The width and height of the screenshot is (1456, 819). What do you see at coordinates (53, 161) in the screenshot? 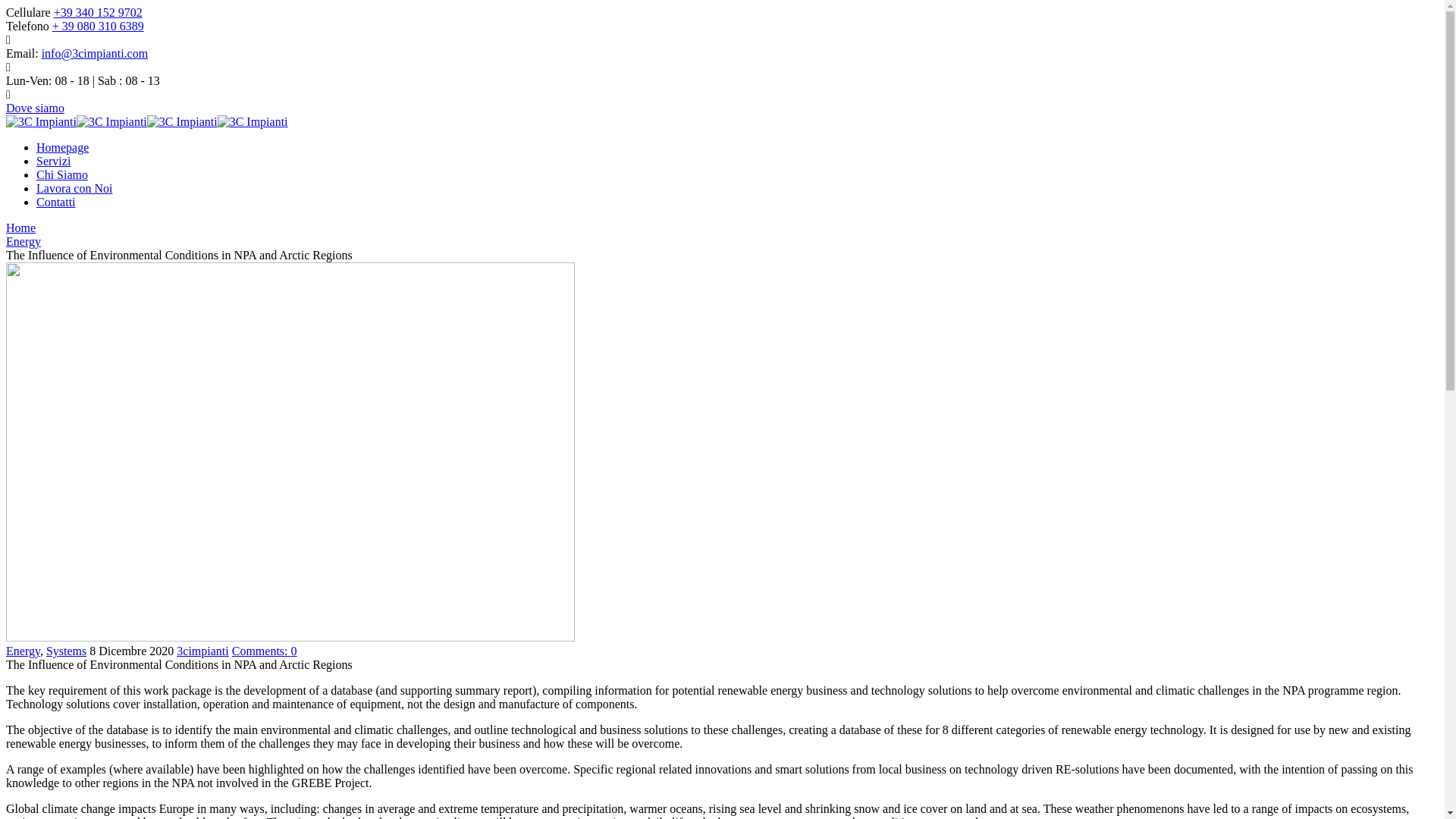
I see `'Servizi'` at bounding box center [53, 161].